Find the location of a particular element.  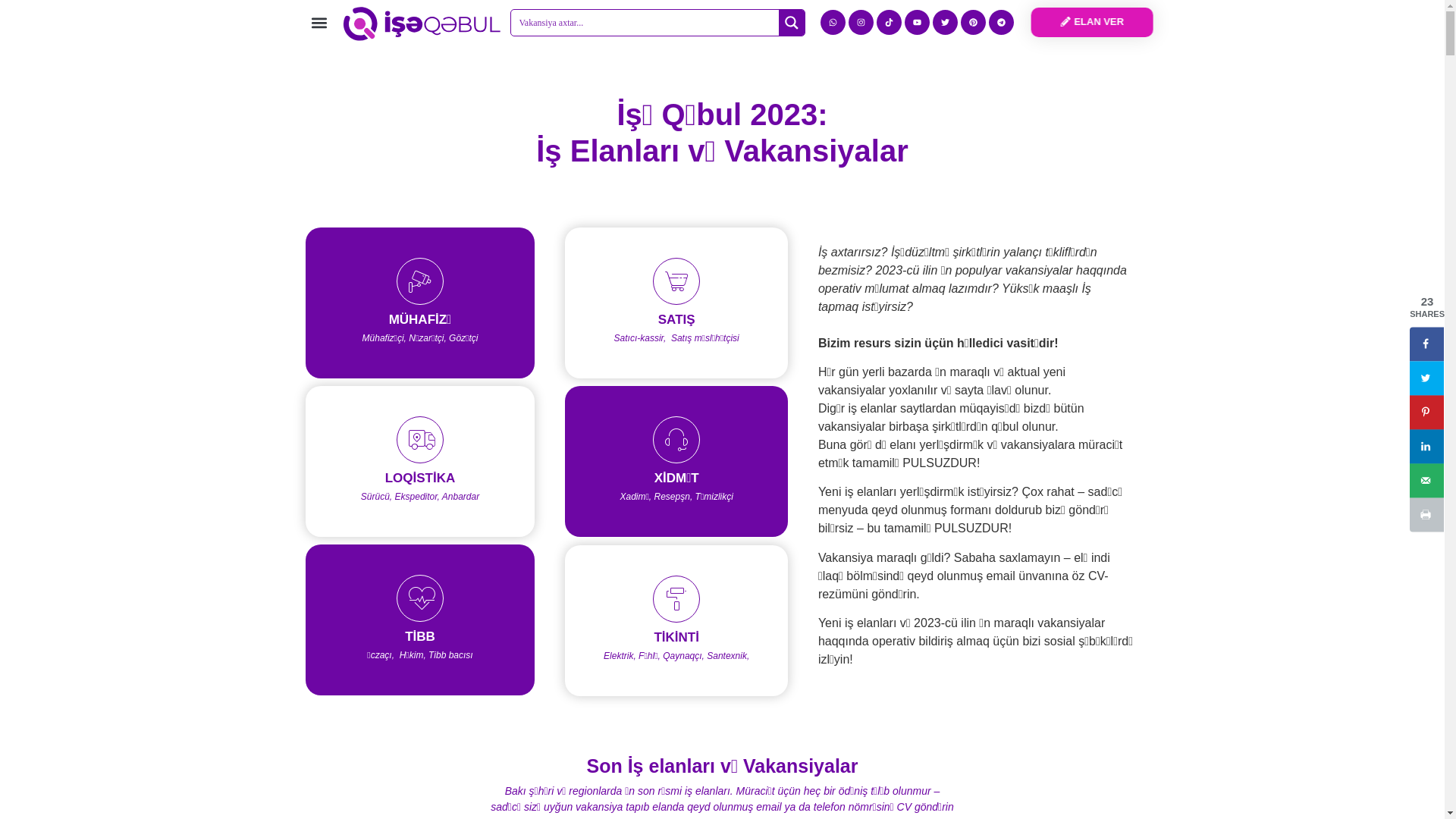

'Share on Twitter' is located at coordinates (1426, 377).